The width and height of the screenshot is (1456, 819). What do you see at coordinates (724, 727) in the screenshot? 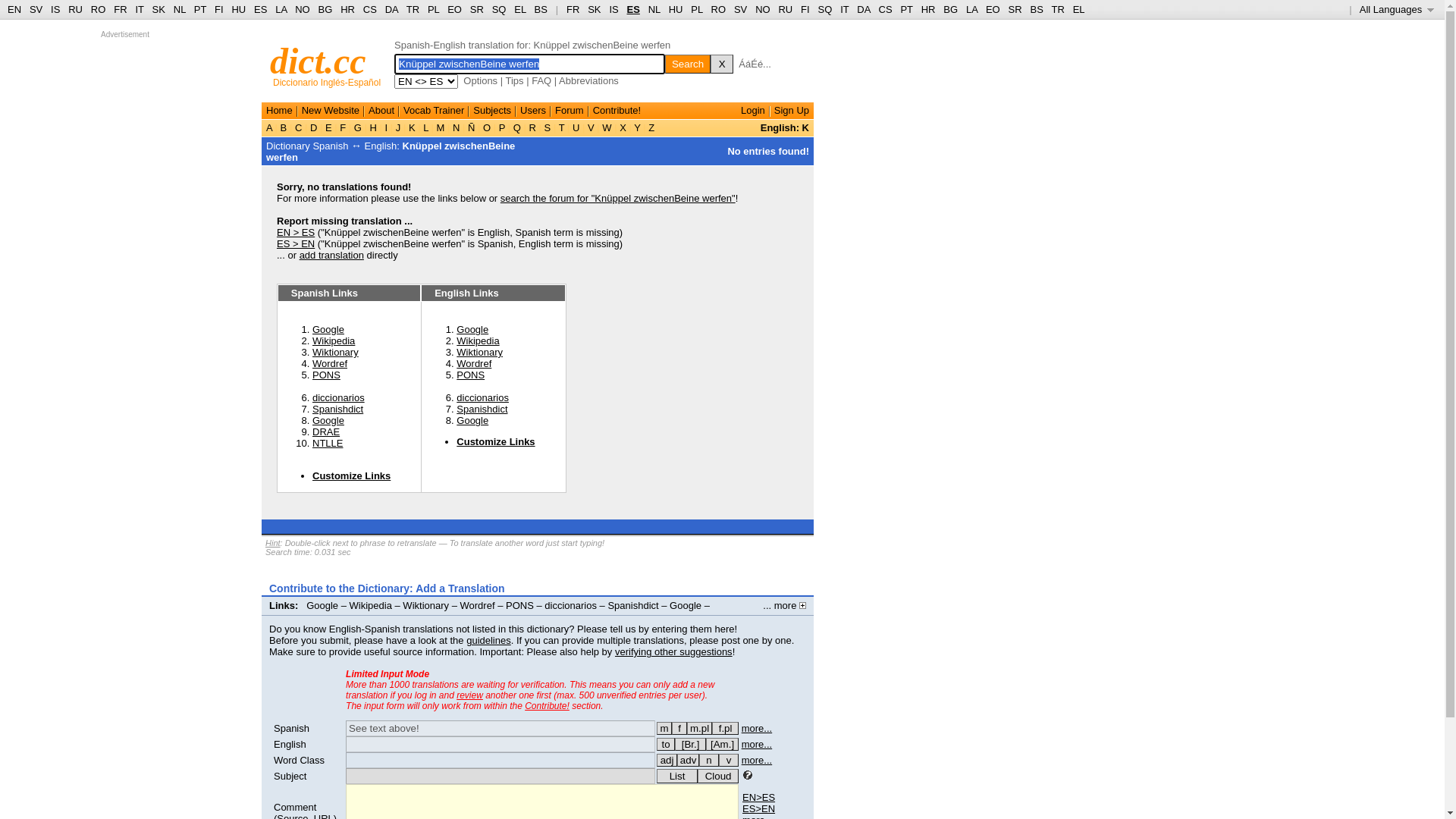
I see `'f.pl'` at bounding box center [724, 727].